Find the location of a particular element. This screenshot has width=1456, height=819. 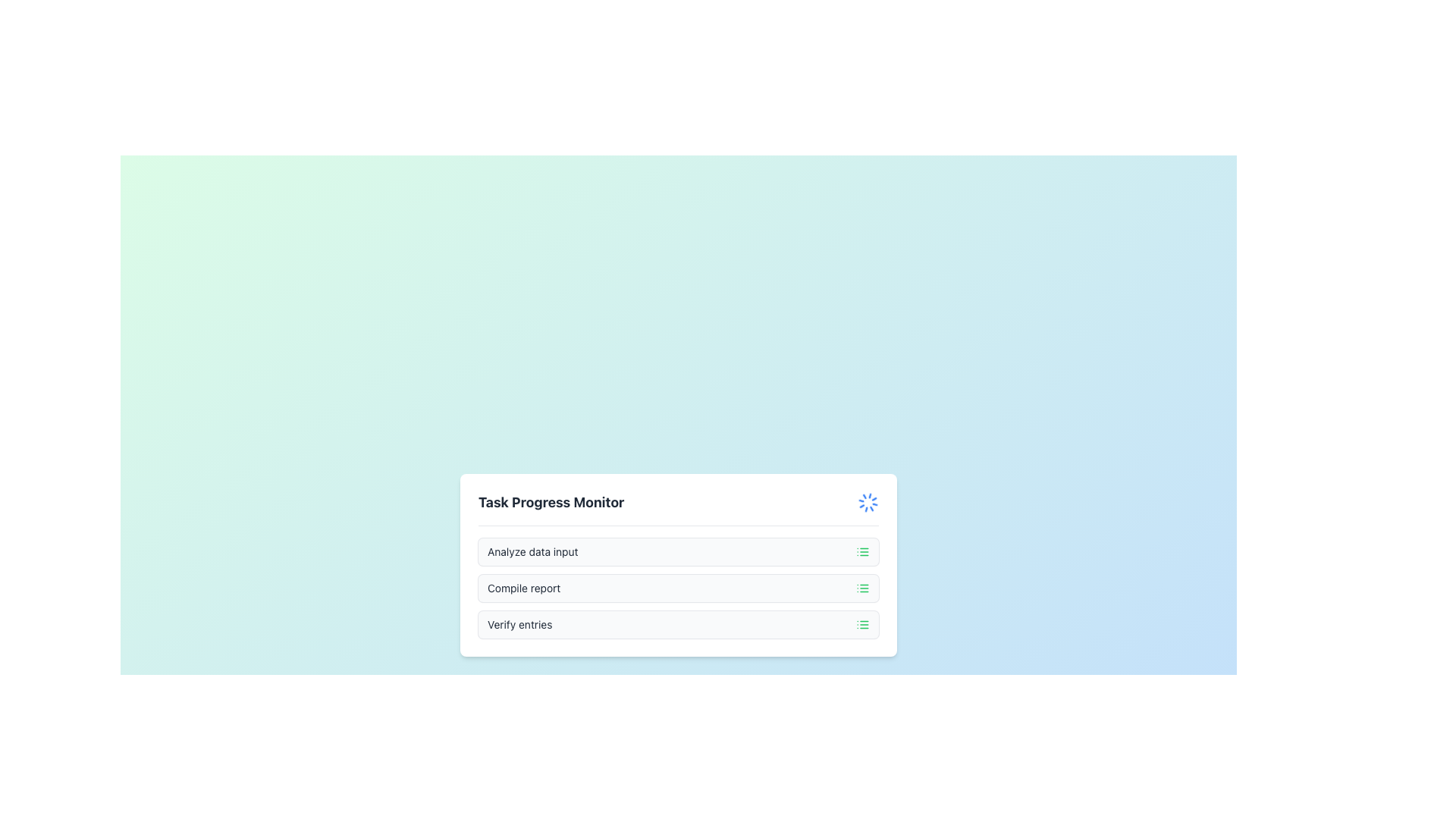

the action indicator icon located at the top-right corner of the 'Analyze data input' group box is located at coordinates (862, 551).